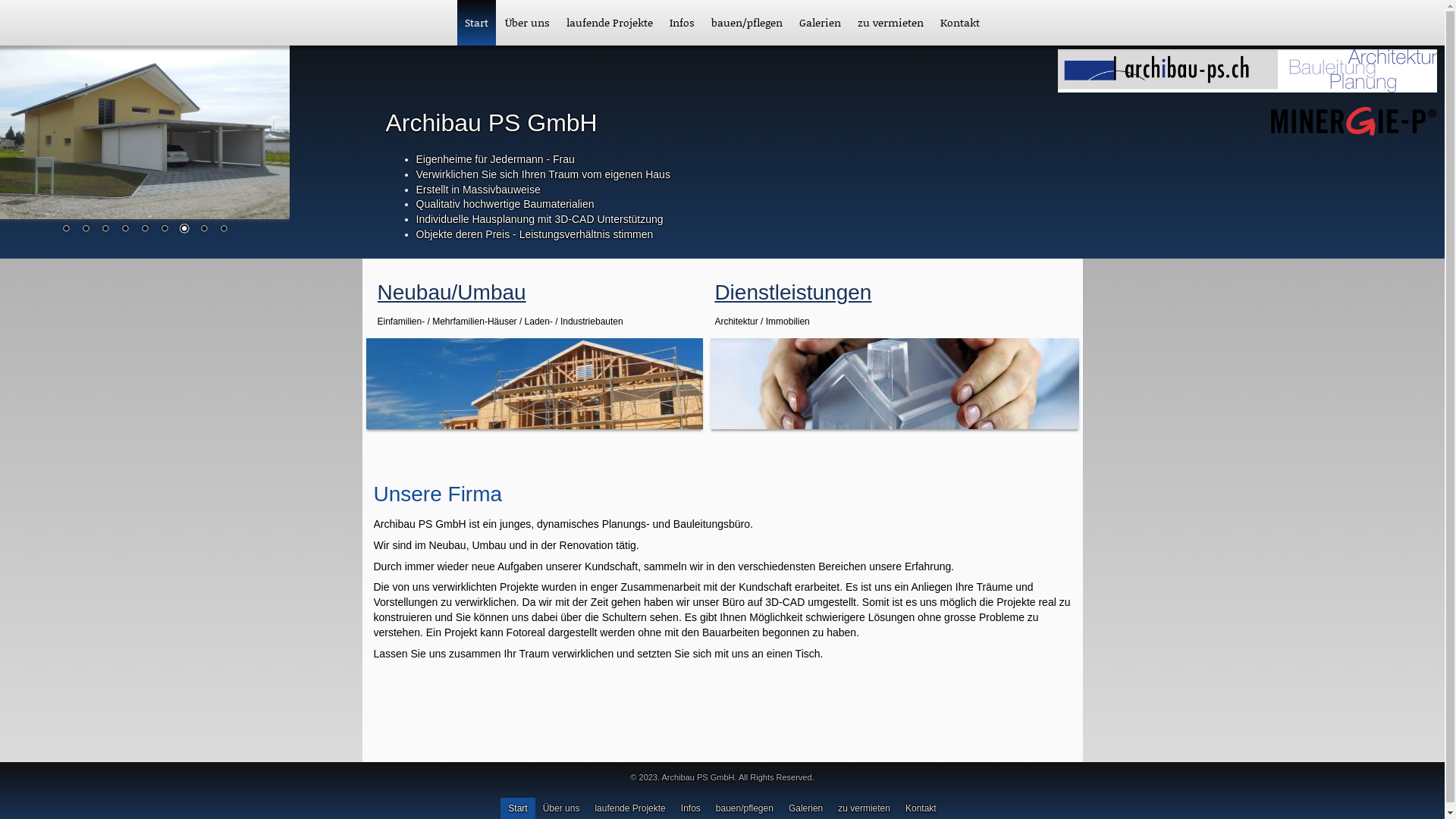 The image size is (1456, 819). Describe the element at coordinates (58, 230) in the screenshot. I see `'1'` at that location.